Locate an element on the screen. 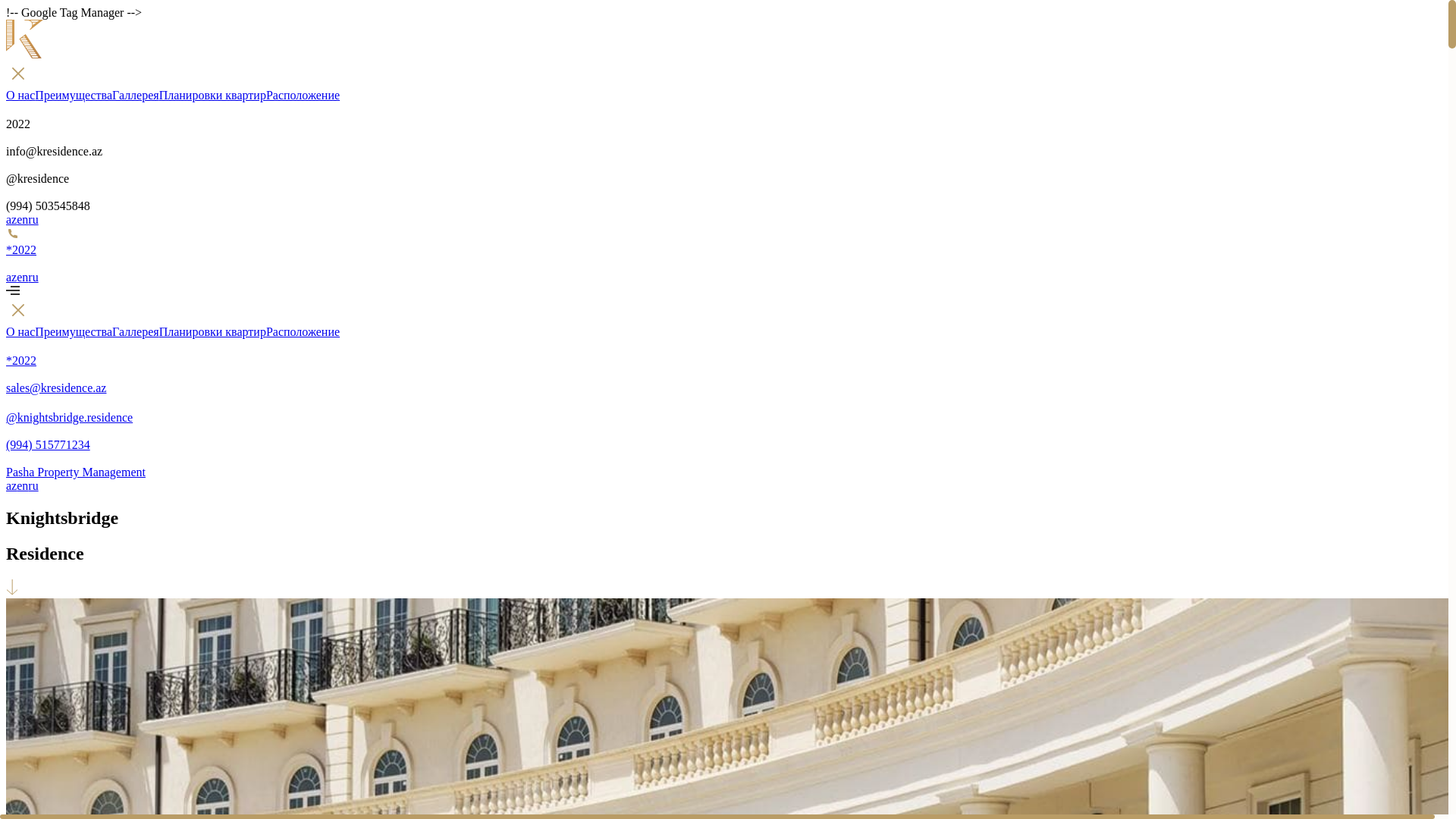 This screenshot has height=819, width=1456. 'en' is located at coordinates (22, 219).